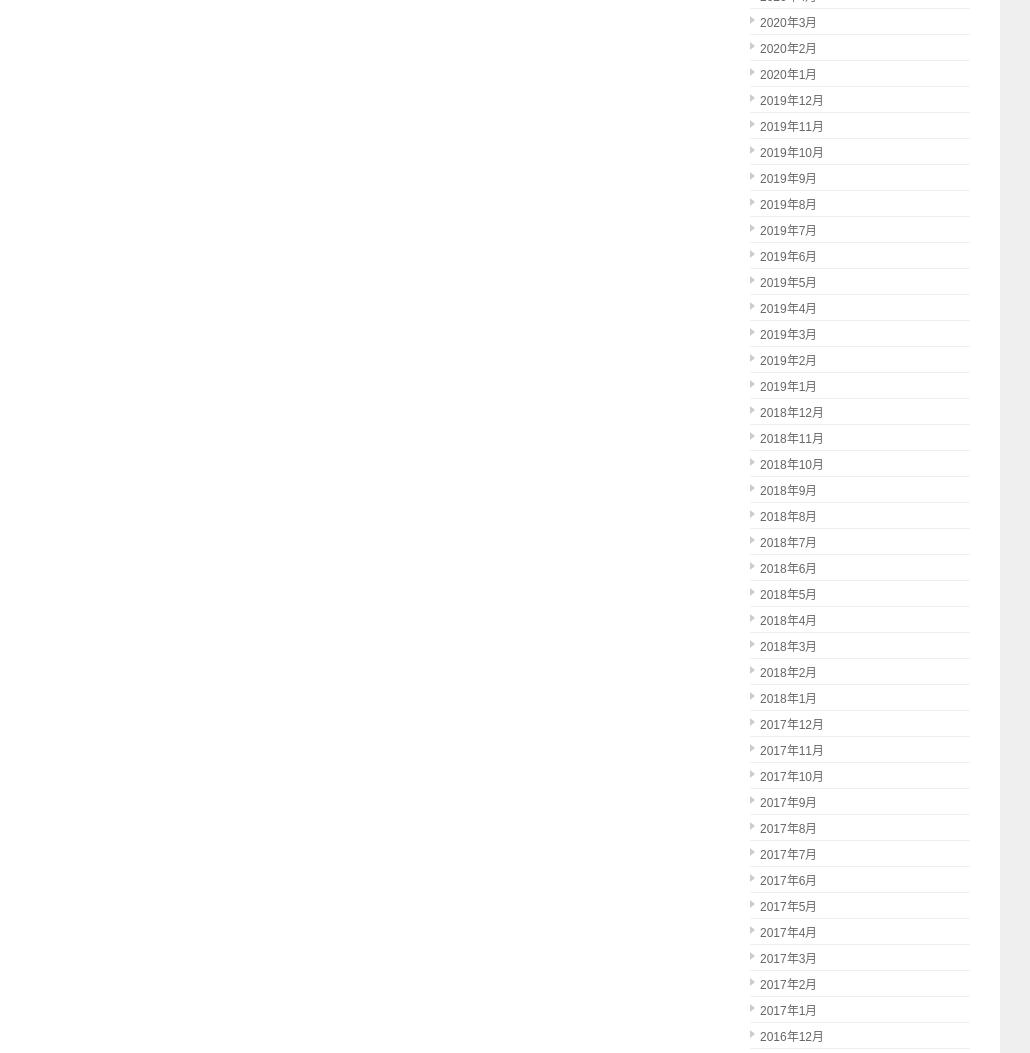 The width and height of the screenshot is (1030, 1053). I want to click on '2017年4月', so click(760, 931).